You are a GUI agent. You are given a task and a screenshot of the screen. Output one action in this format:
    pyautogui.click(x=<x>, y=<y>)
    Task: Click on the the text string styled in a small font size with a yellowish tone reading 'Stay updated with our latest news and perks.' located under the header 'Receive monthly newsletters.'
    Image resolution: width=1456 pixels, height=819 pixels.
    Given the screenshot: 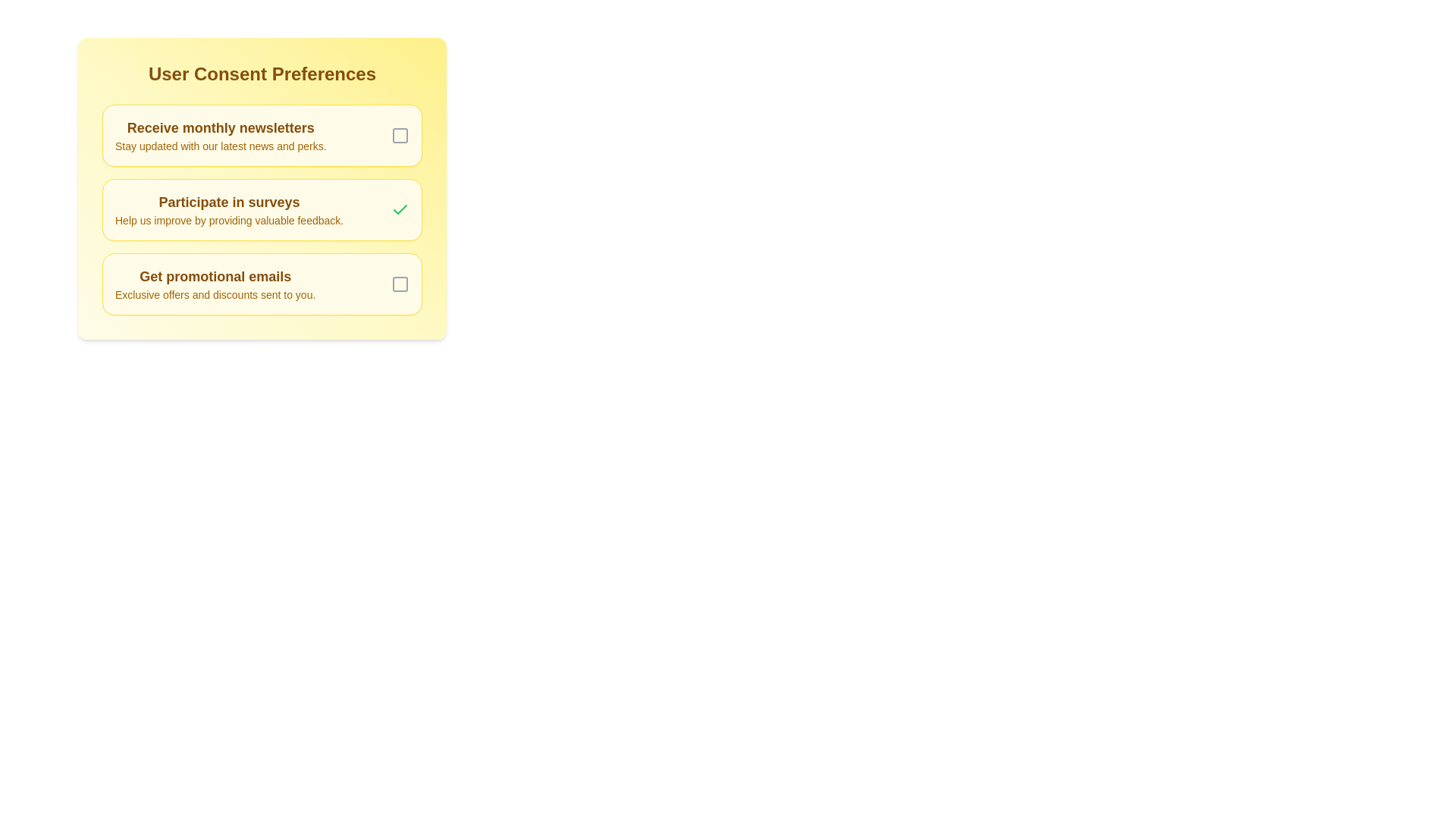 What is the action you would take?
    pyautogui.click(x=220, y=146)
    